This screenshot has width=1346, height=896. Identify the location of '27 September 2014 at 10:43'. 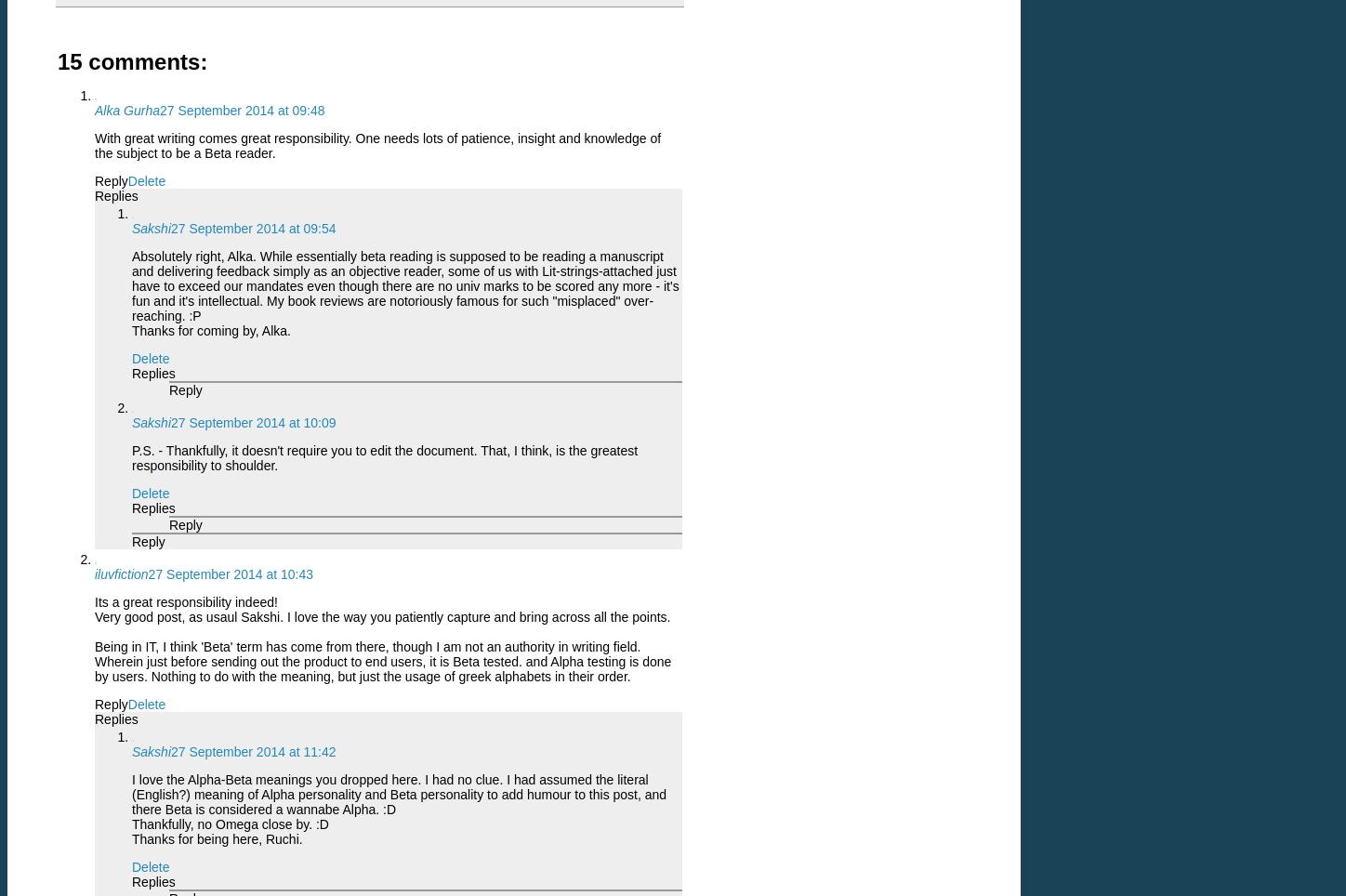
(231, 573).